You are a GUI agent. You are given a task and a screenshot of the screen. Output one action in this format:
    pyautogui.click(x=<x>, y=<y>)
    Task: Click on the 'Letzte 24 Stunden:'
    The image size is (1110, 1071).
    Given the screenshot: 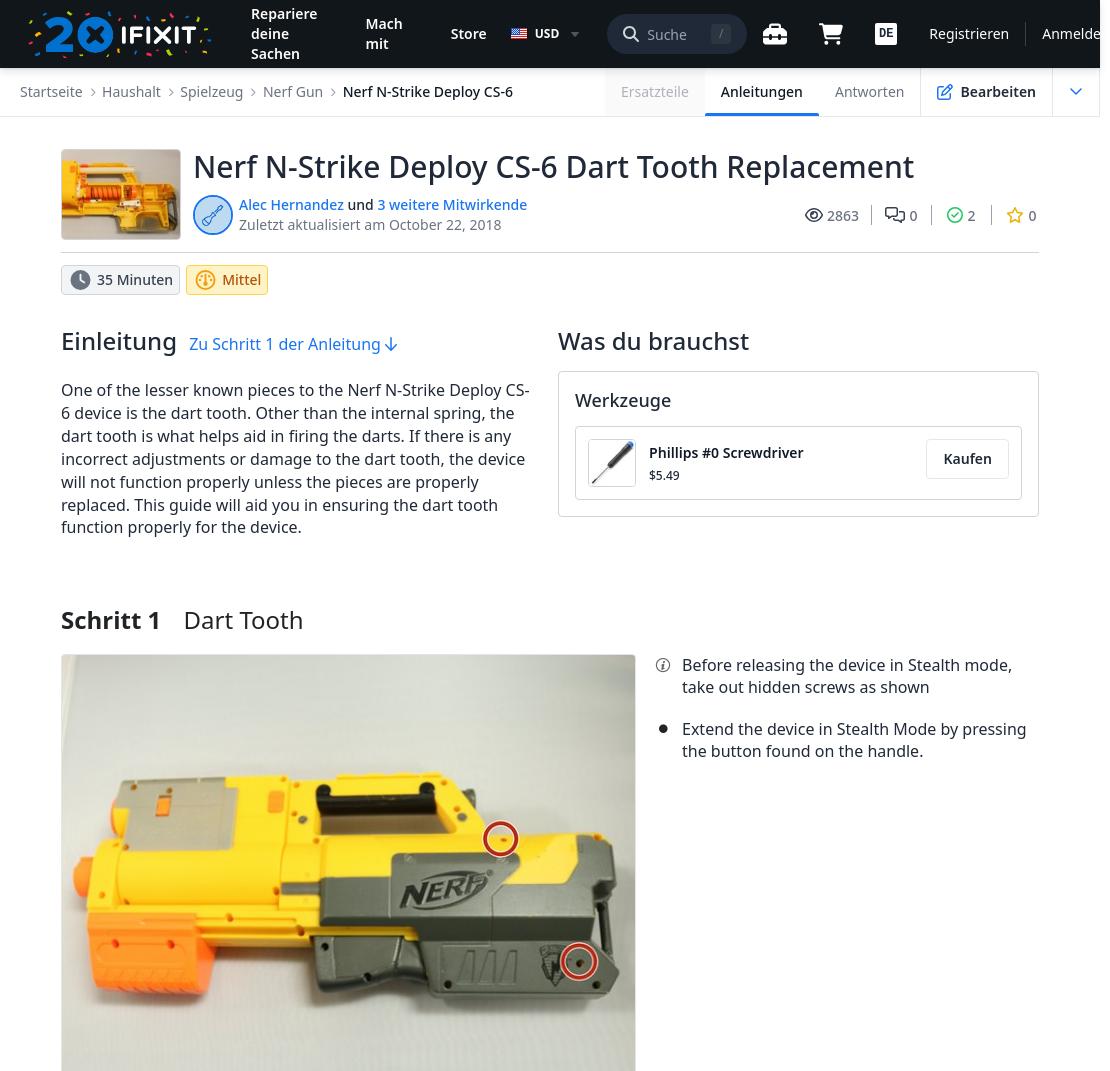 What is the action you would take?
    pyautogui.click(x=140, y=176)
    